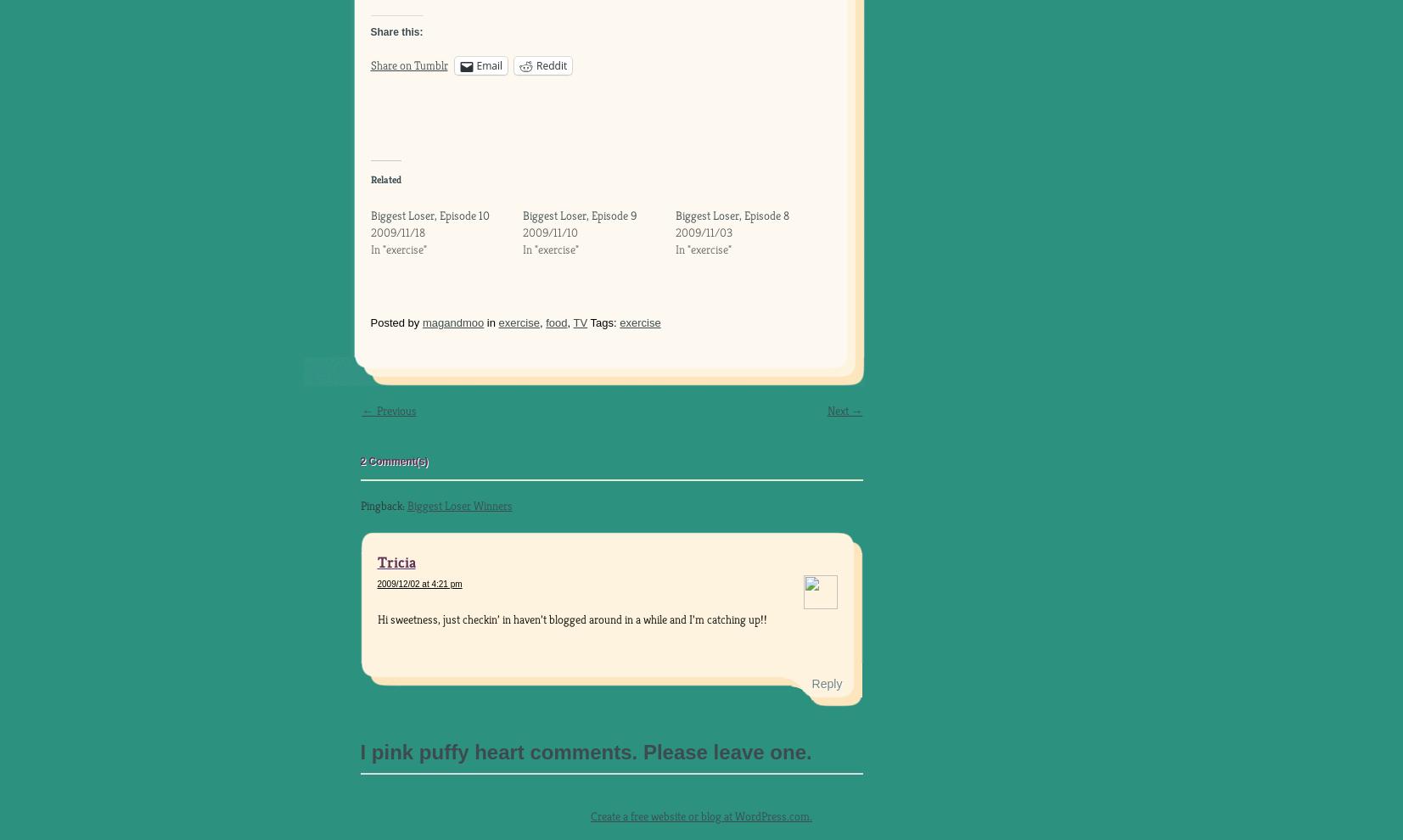 The height and width of the screenshot is (840, 1403). I want to click on 'Reply', so click(826, 682).